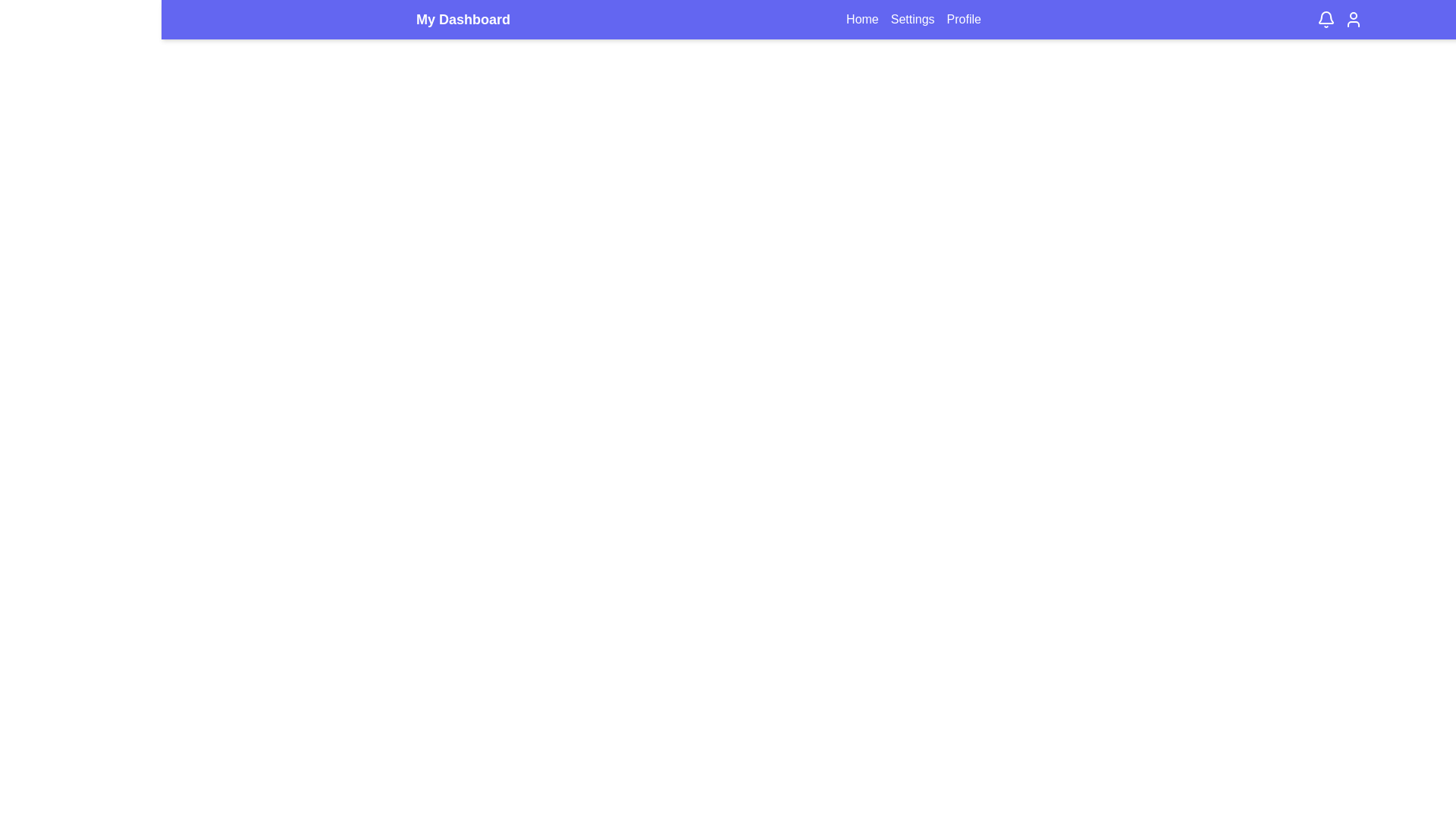  Describe the element at coordinates (912, 20) in the screenshot. I see `the 'Settings' navigation menu item, which is the second item in the navigation menu, allowing access to the Settings section of the application` at that location.